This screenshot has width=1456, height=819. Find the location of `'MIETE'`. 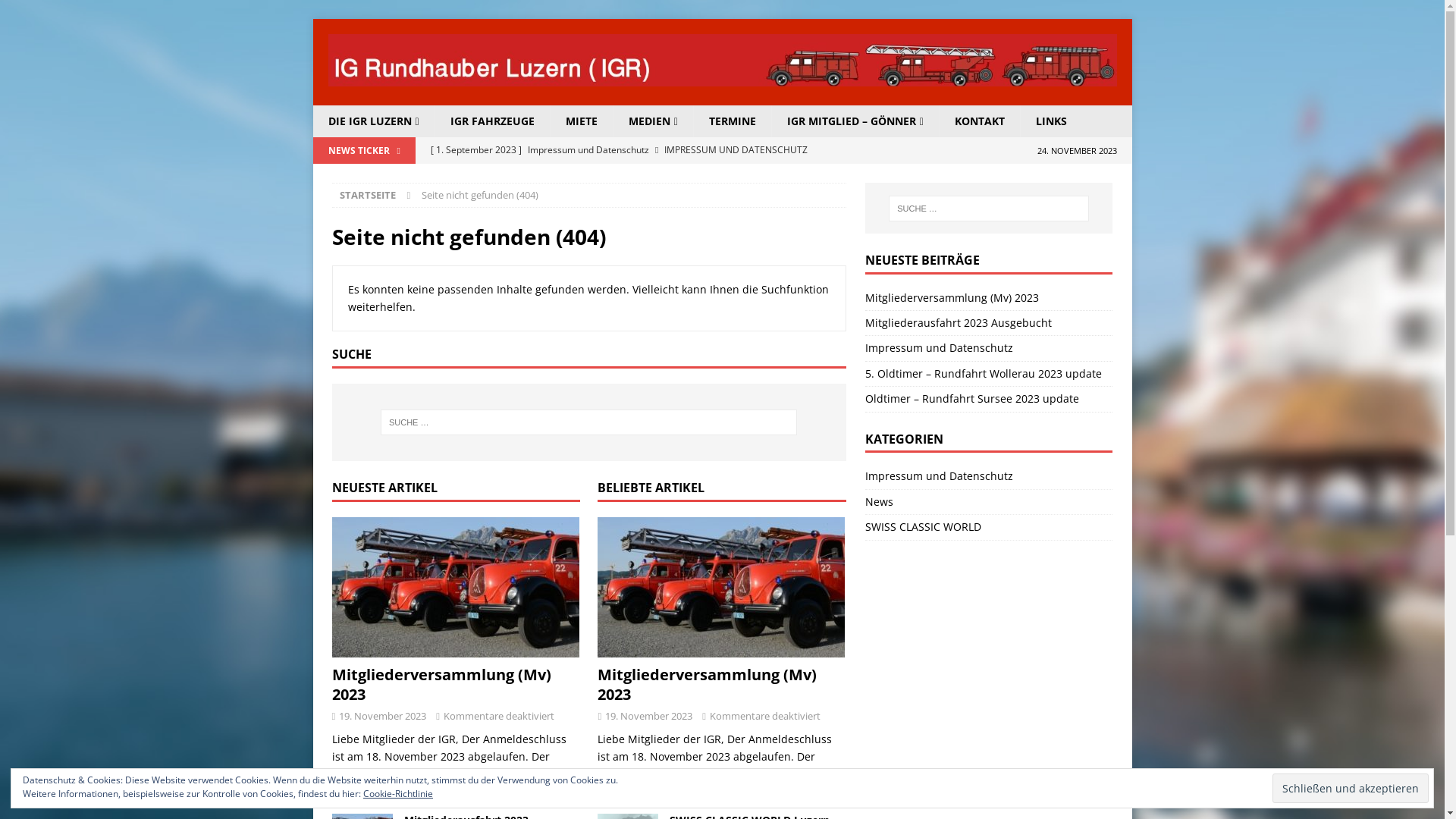

'MIETE' is located at coordinates (580, 120).